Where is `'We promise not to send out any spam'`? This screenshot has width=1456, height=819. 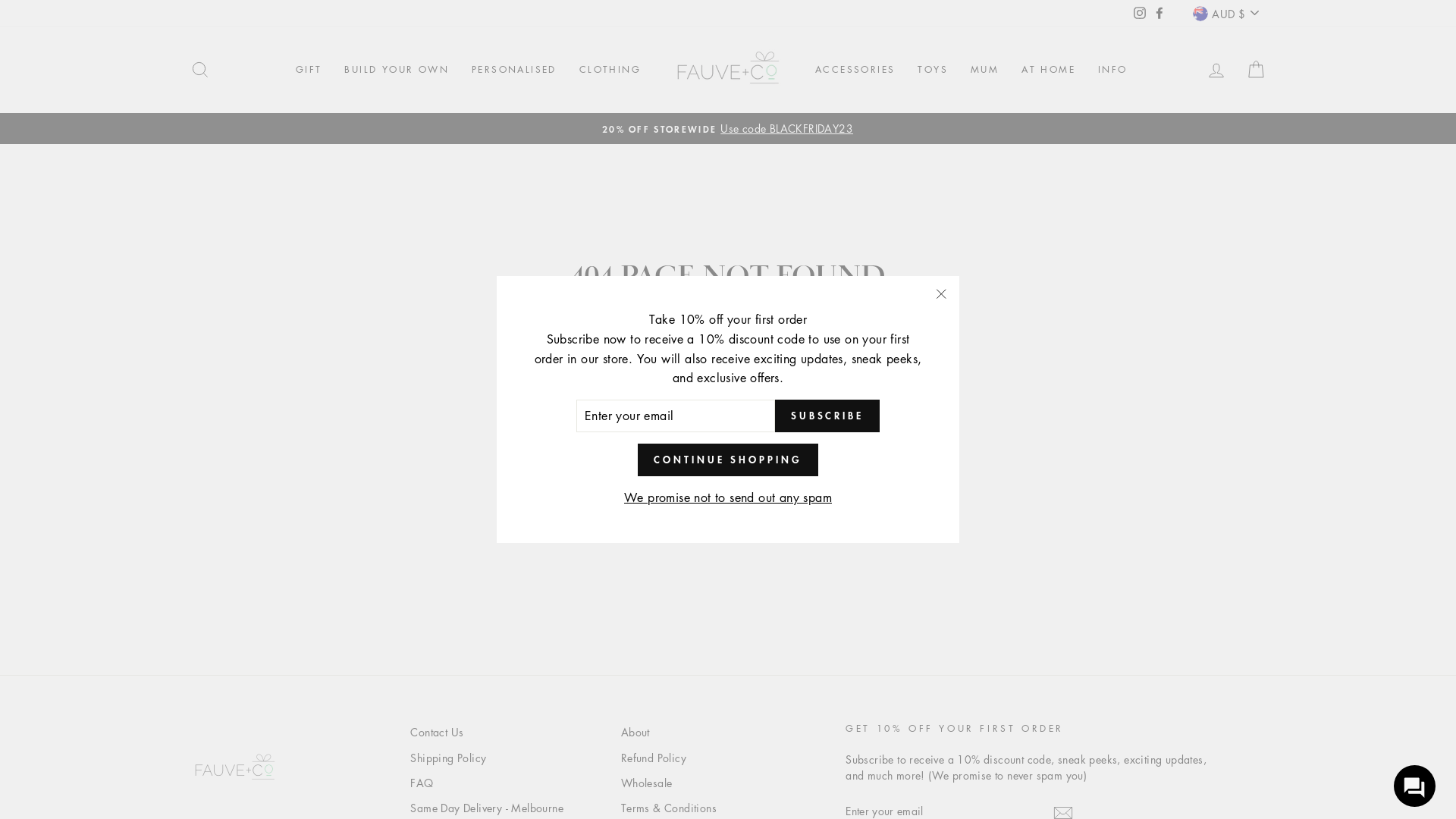 'We promise not to send out any spam' is located at coordinates (728, 497).